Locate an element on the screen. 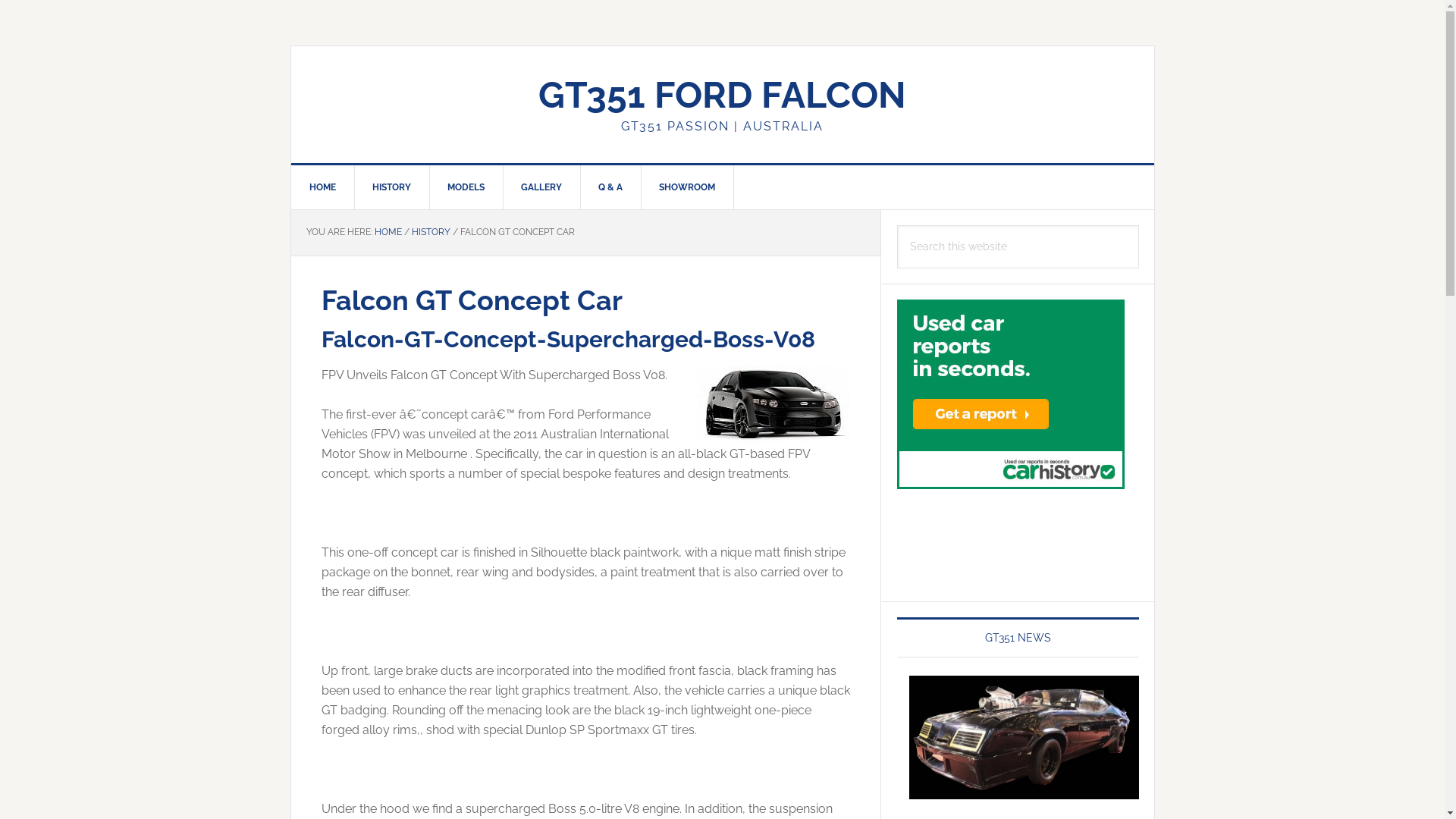 The height and width of the screenshot is (819, 1456). 'HISTORY' is located at coordinates (429, 231).